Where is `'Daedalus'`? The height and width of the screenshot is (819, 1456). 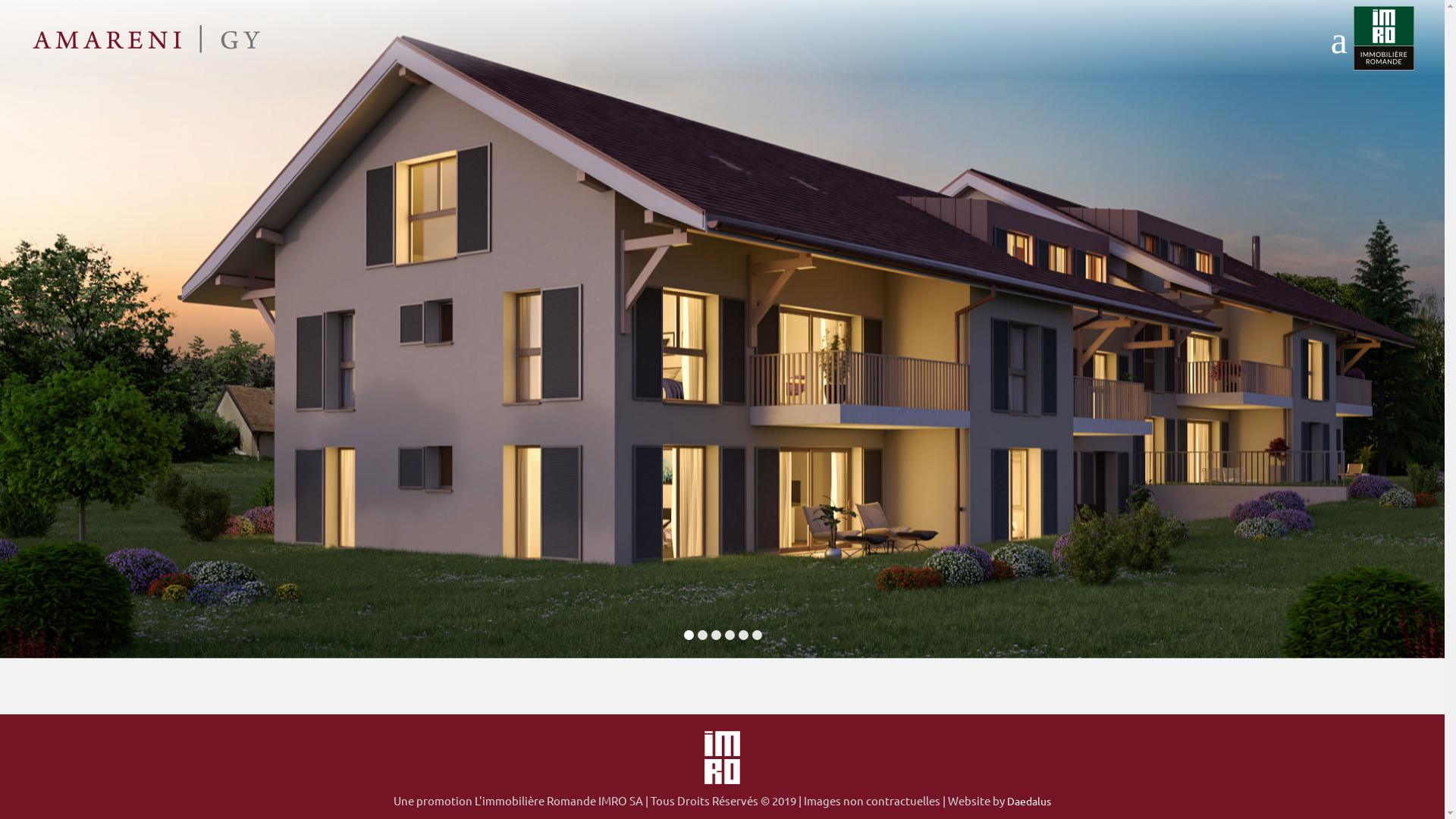
'Daedalus' is located at coordinates (1029, 800).